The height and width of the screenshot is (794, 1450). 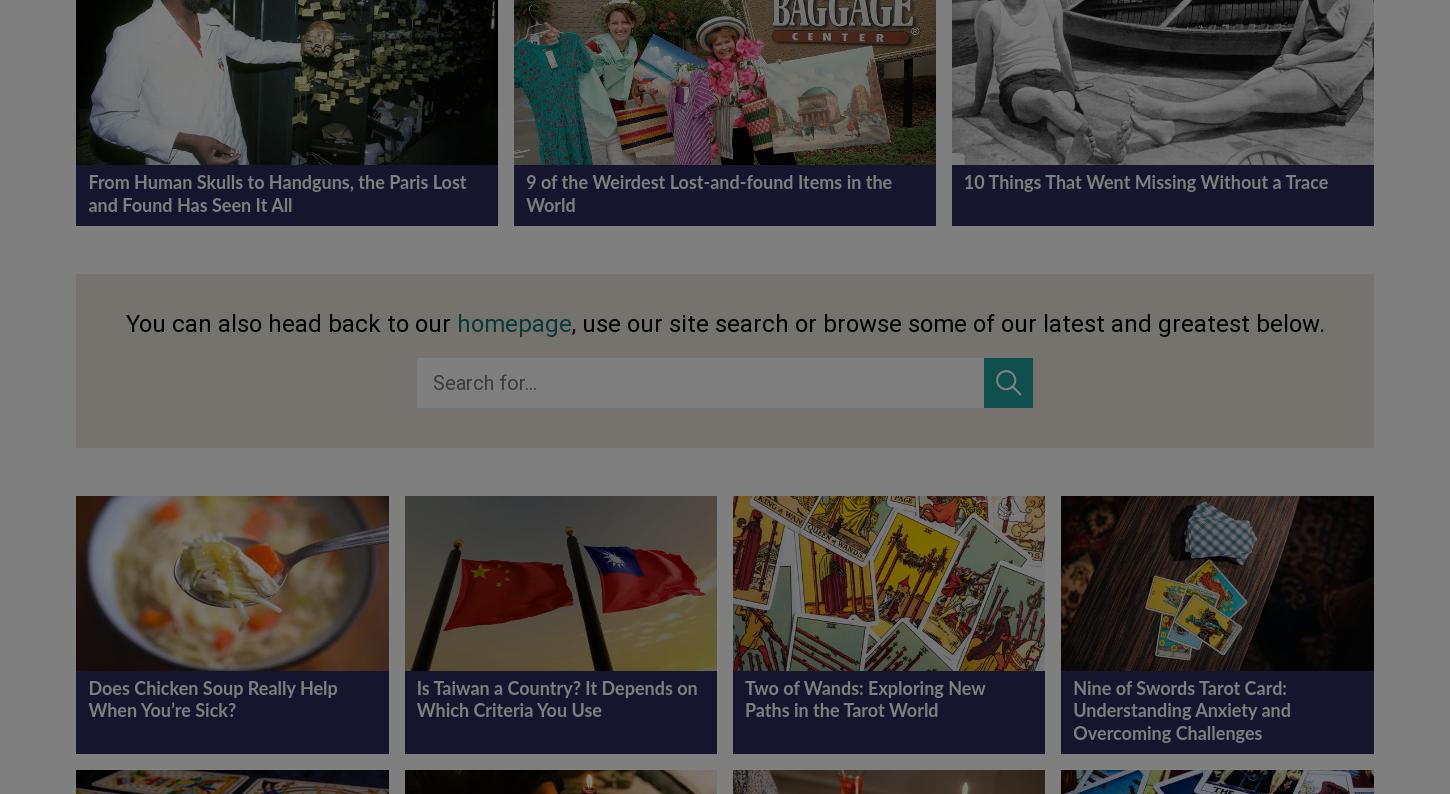 I want to click on 'Does Chicken Soup Really Help When You’re Sick?', so click(x=211, y=700).